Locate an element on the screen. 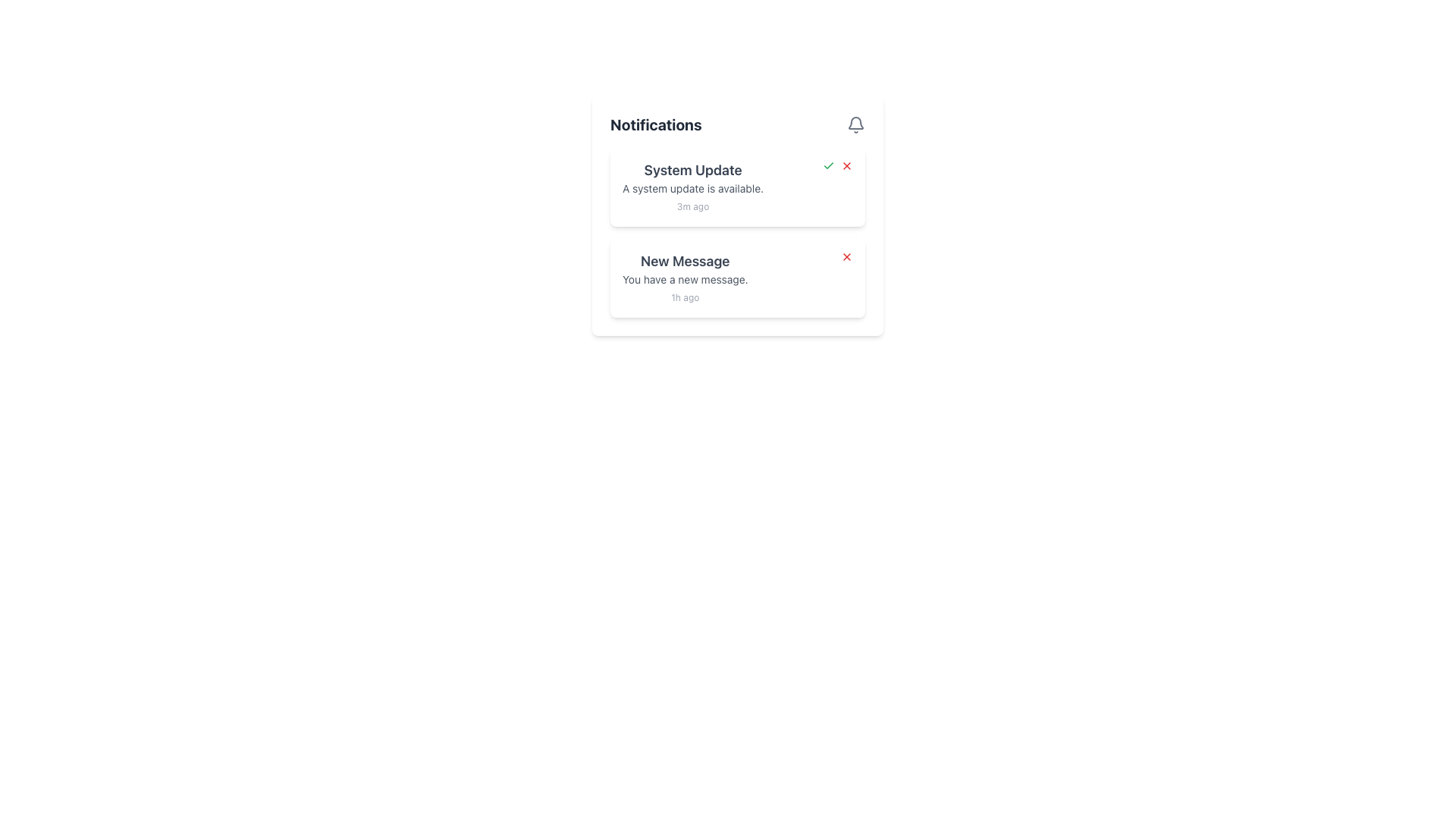 The height and width of the screenshot is (819, 1456). the first notification entry in the notification panel, which informs the user about a recent system update, located vertically above the 'New Message' entry and adjacent to action icons on the right side is located at coordinates (692, 186).